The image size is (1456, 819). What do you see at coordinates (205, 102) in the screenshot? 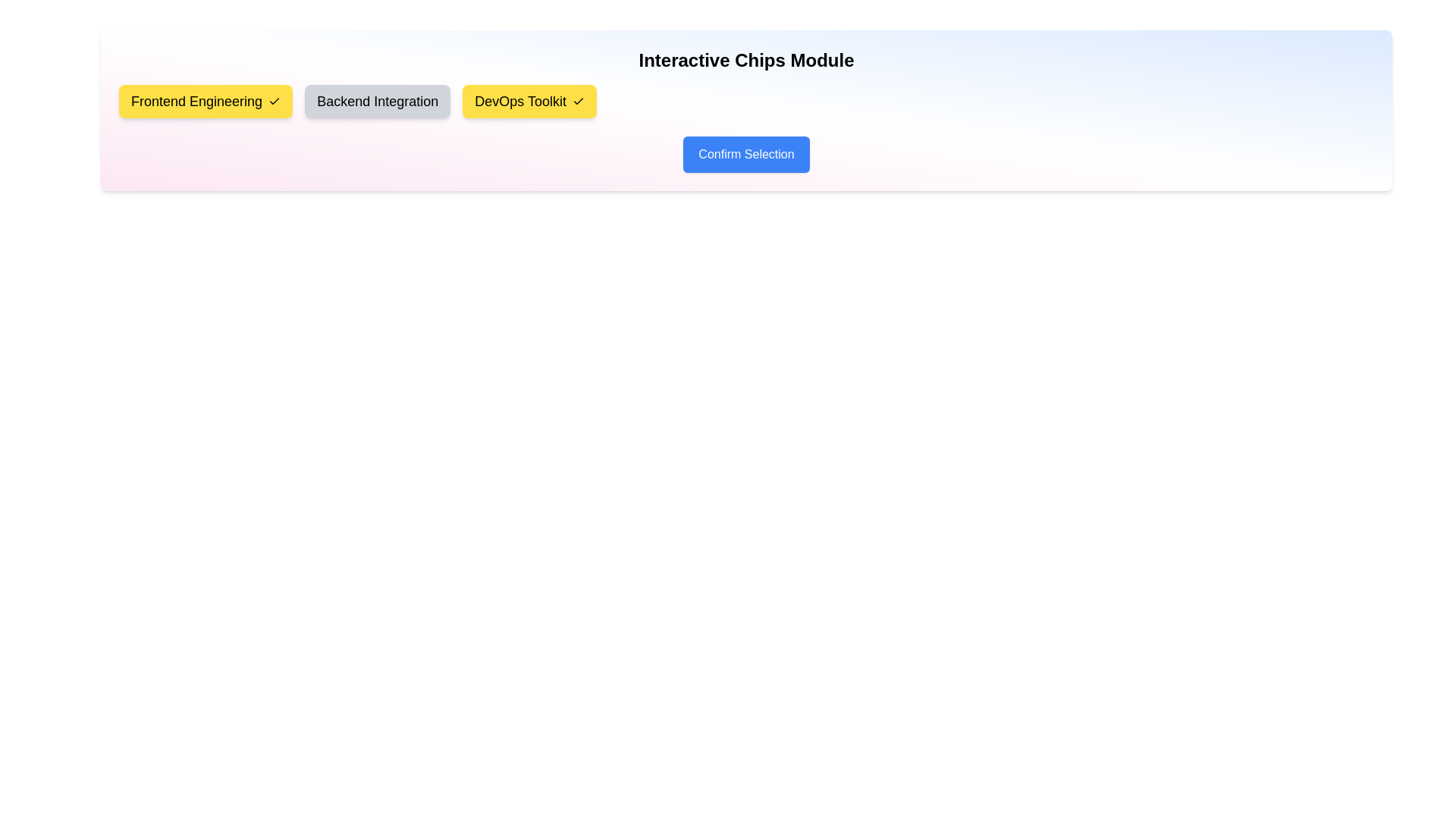
I see `the chip labeled Frontend Engineering to observe its hover effect` at bounding box center [205, 102].